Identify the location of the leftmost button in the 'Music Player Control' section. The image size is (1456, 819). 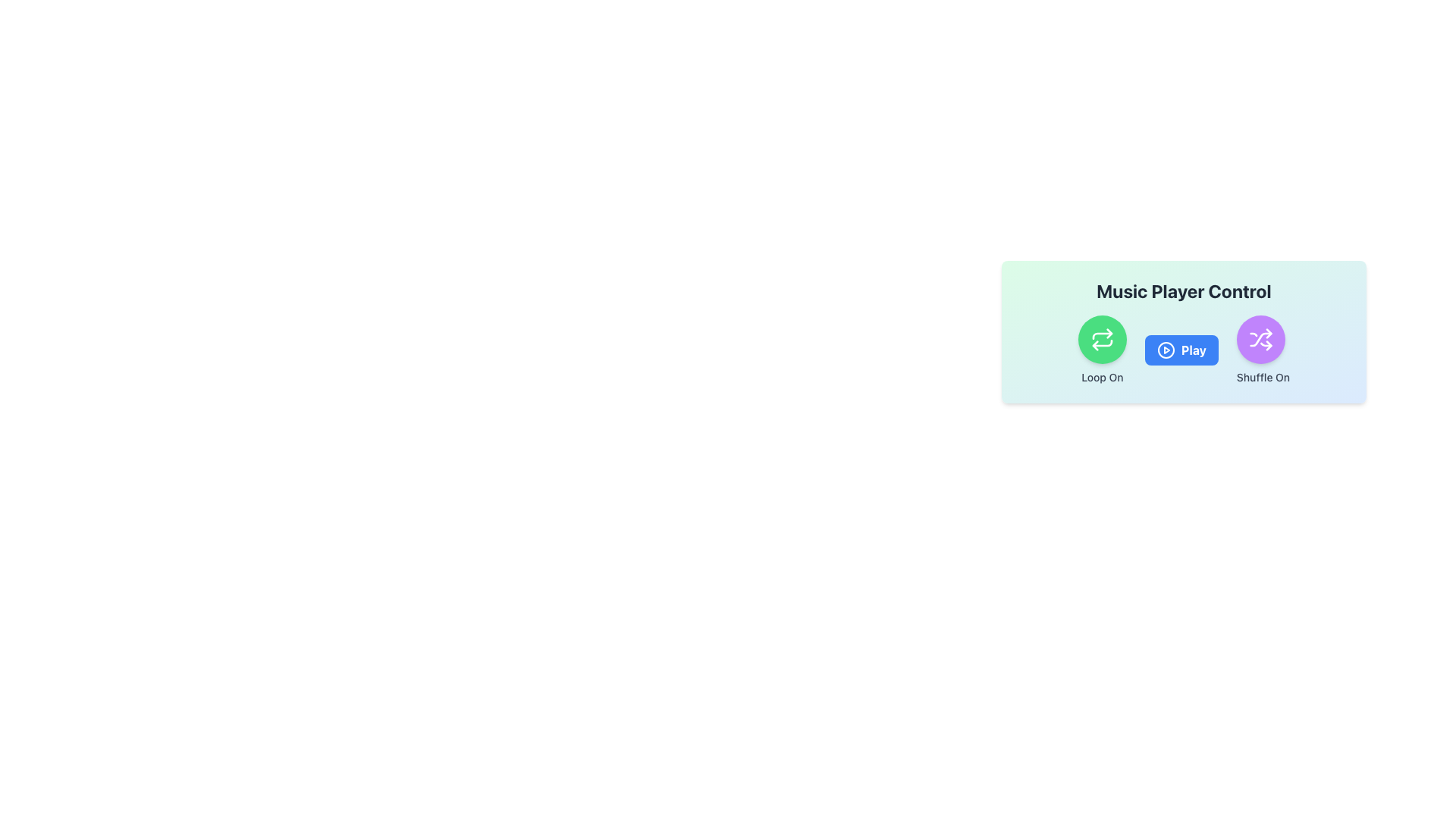
(1102, 350).